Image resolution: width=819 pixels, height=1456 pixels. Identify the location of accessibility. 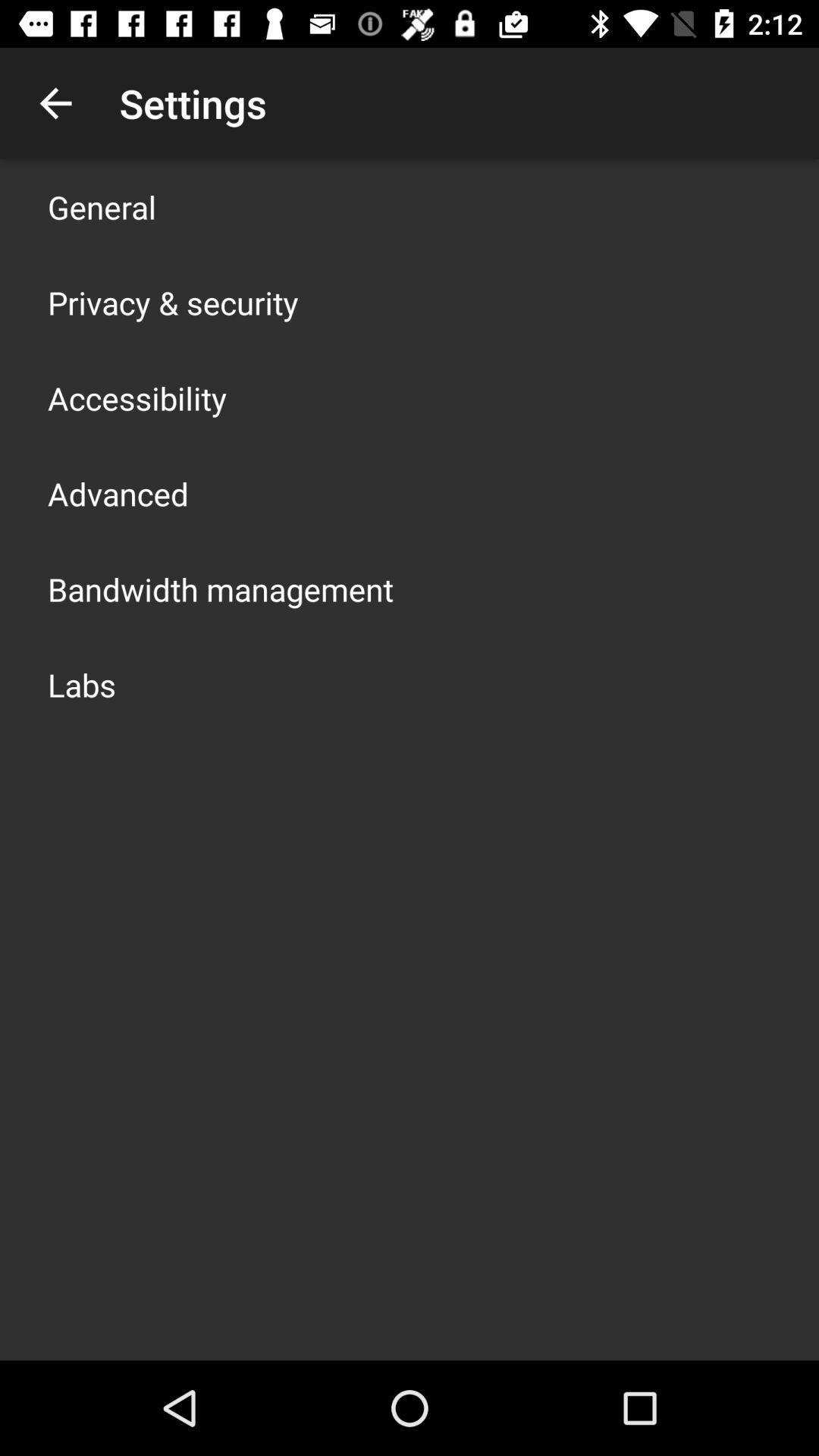
(137, 397).